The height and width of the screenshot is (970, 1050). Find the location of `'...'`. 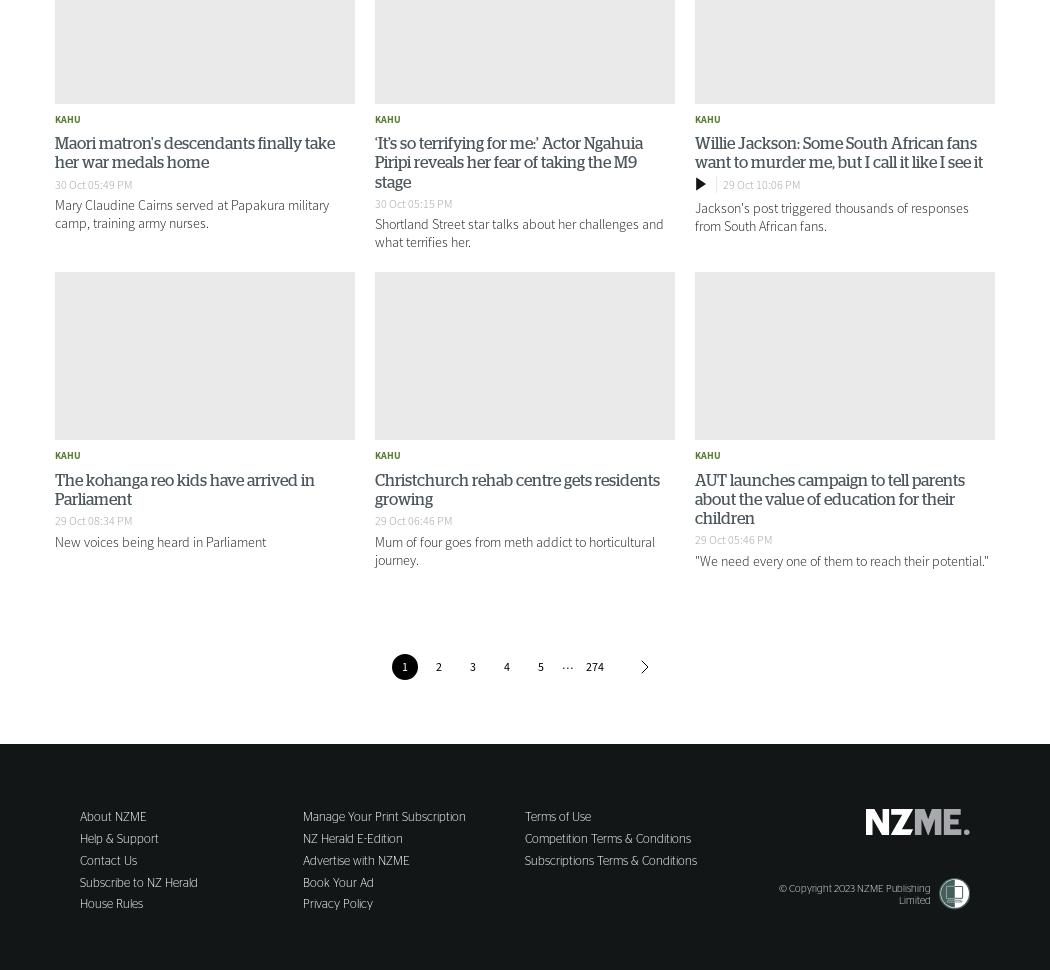

'...' is located at coordinates (567, 661).